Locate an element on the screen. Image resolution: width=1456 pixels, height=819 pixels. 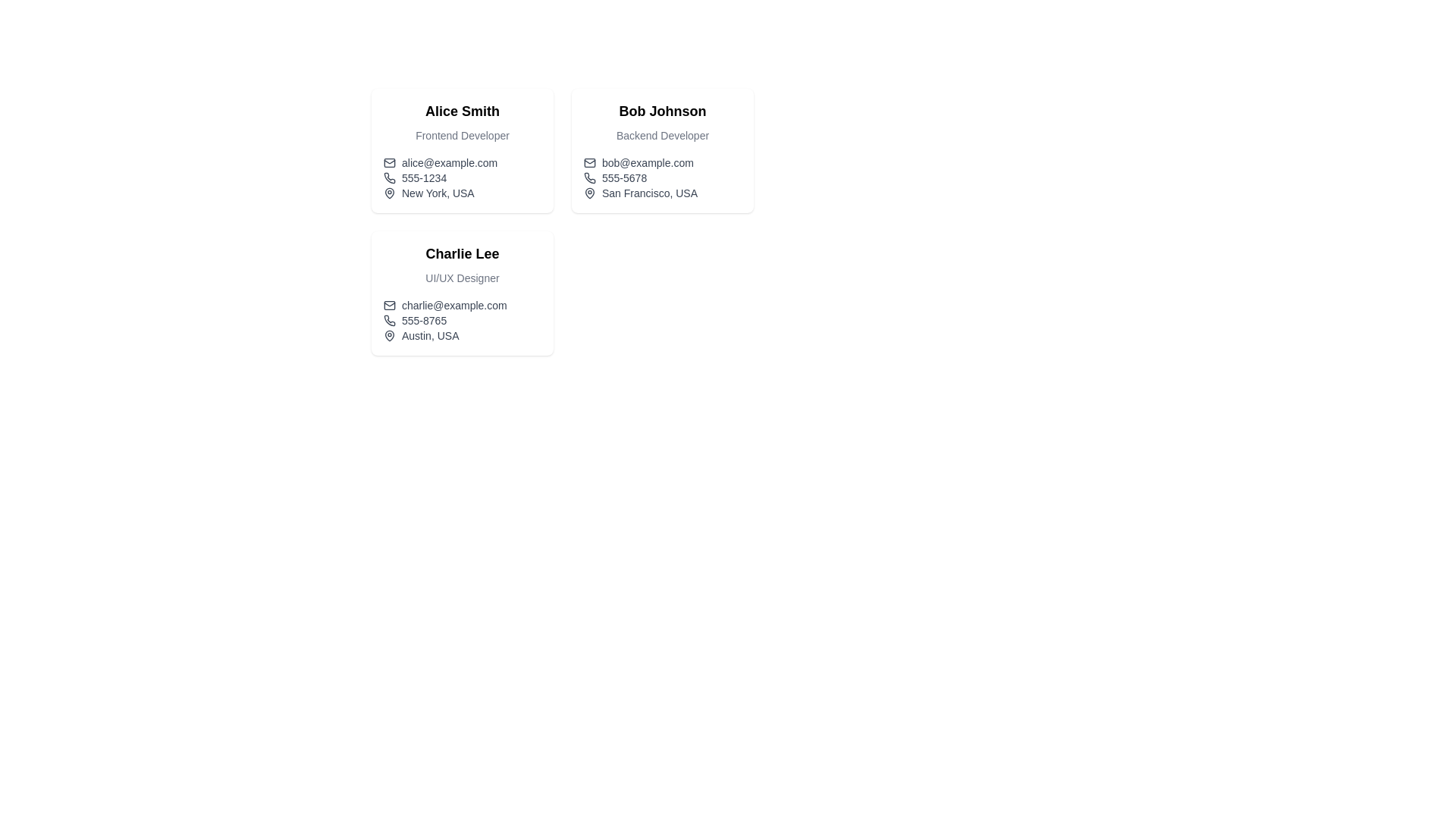
the email address text display located in the card of 'Alice Smith', positioned below her name and job title, and aligned to the right of a small mail icon is located at coordinates (449, 163).